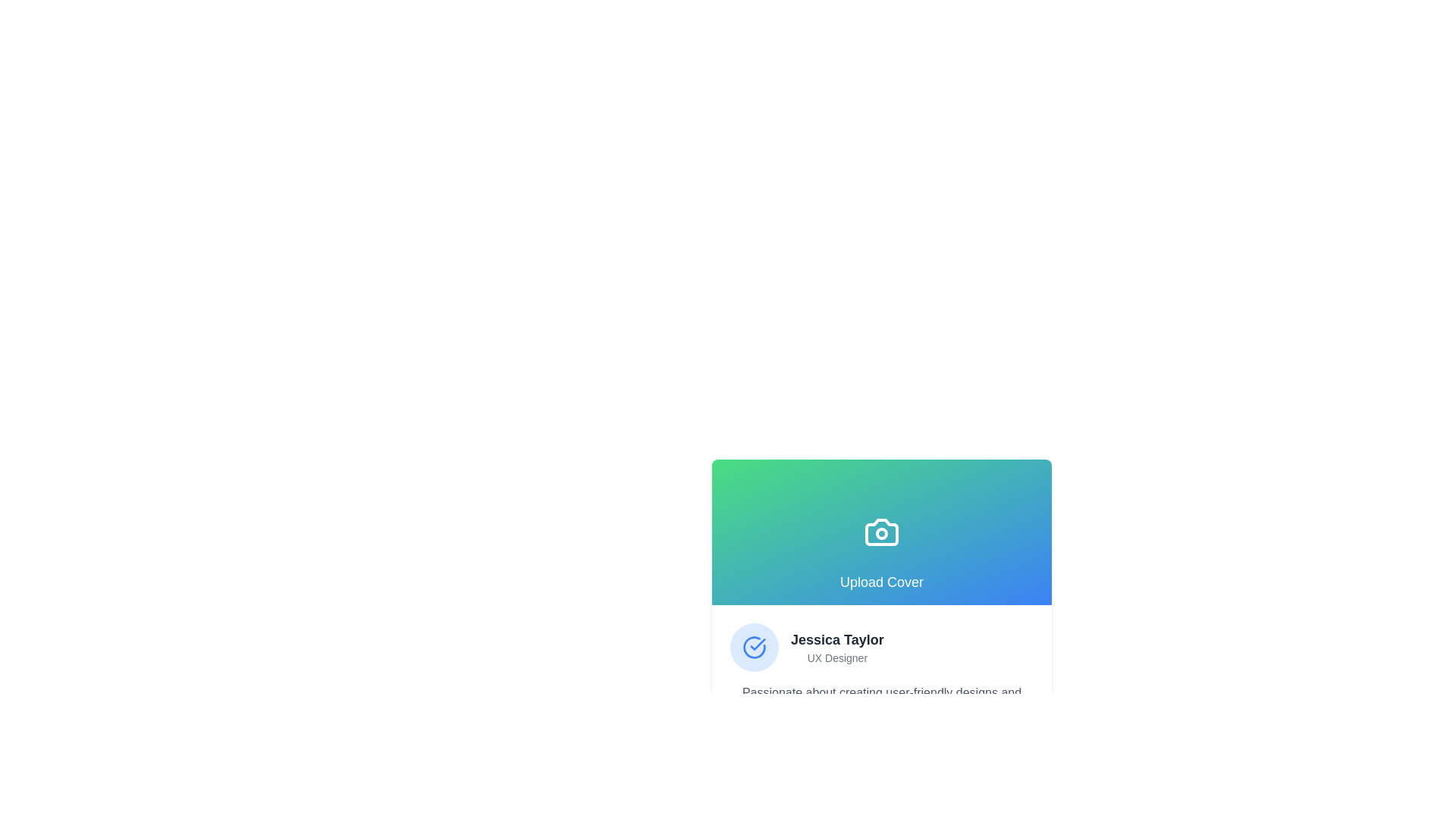  I want to click on the text label located at the bottom-center of the gradient-colored header section, just below the camera icon, so click(881, 581).